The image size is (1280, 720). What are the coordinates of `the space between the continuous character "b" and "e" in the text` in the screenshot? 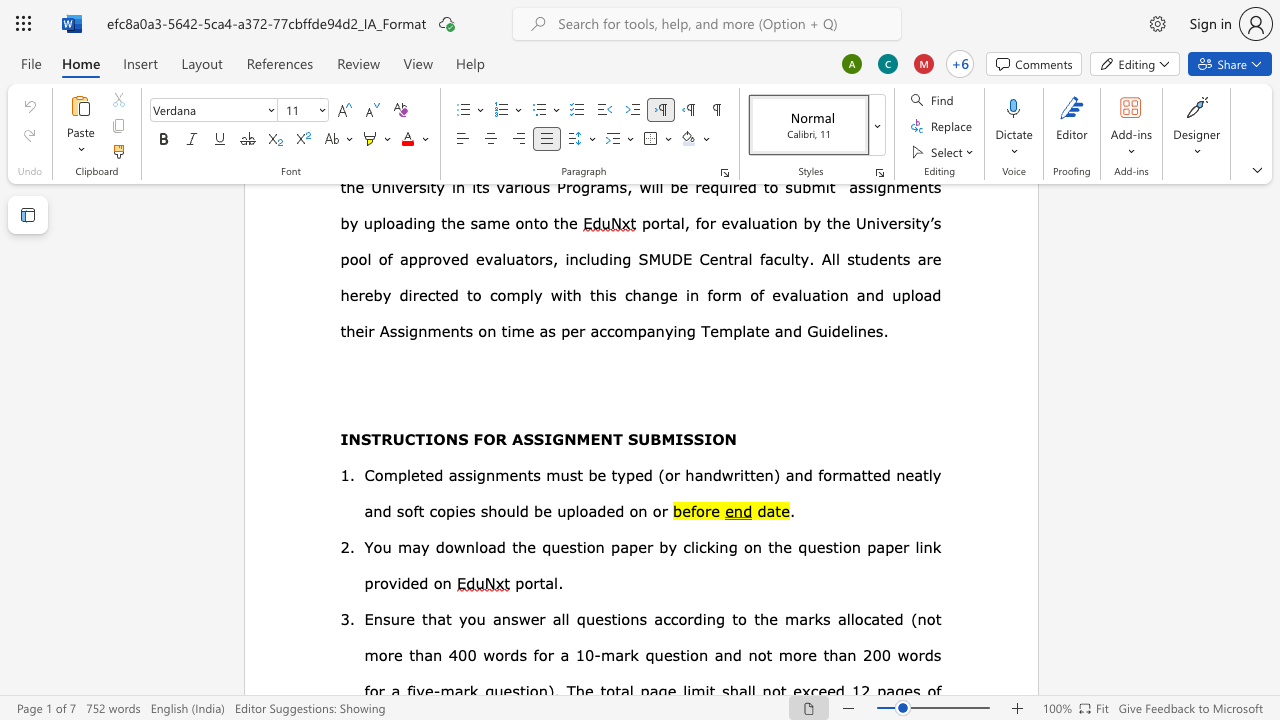 It's located at (596, 474).